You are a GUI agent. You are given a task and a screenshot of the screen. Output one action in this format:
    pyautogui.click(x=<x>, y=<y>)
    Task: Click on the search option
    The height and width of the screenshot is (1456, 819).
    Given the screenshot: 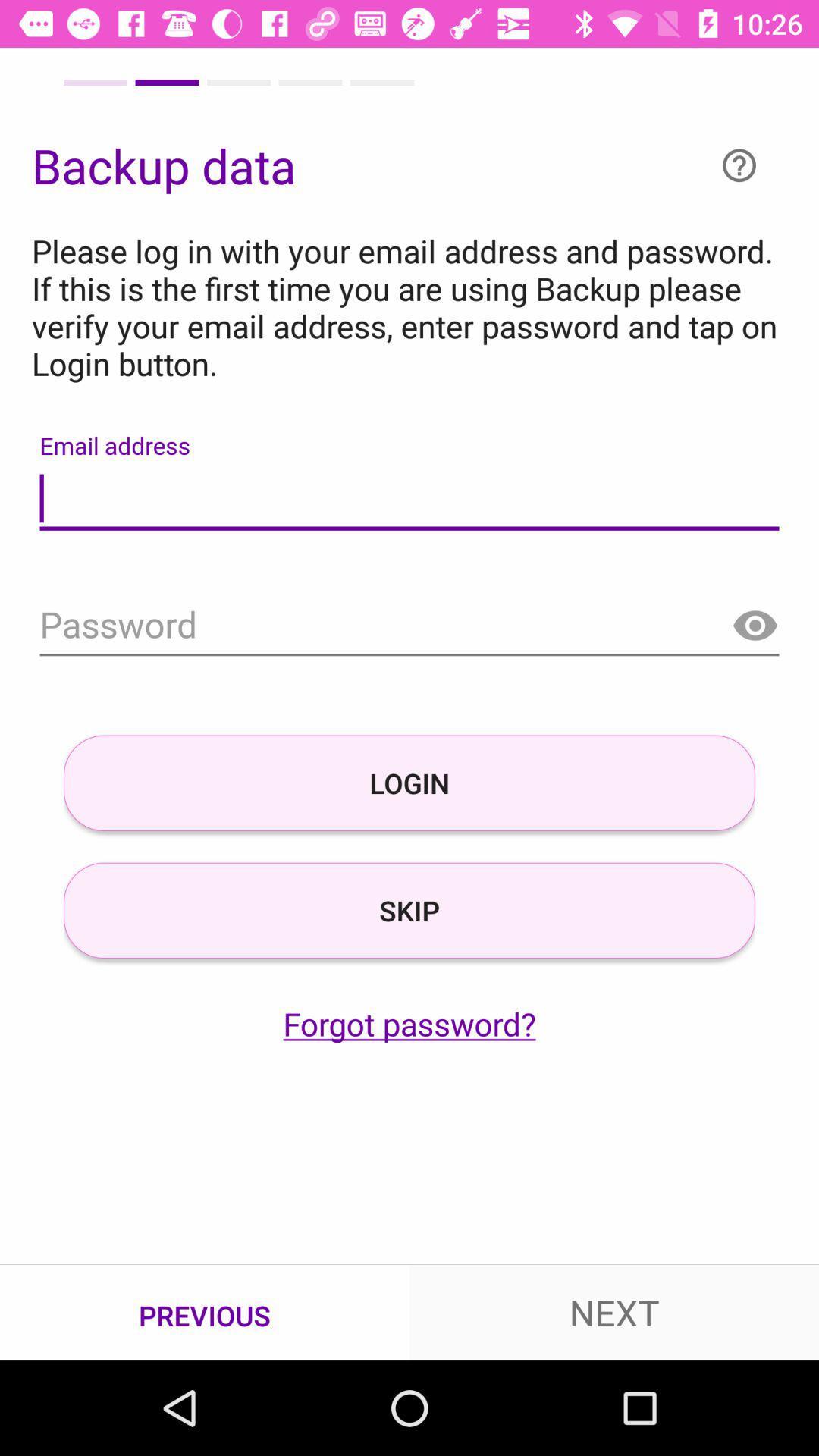 What is the action you would take?
    pyautogui.click(x=409, y=626)
    